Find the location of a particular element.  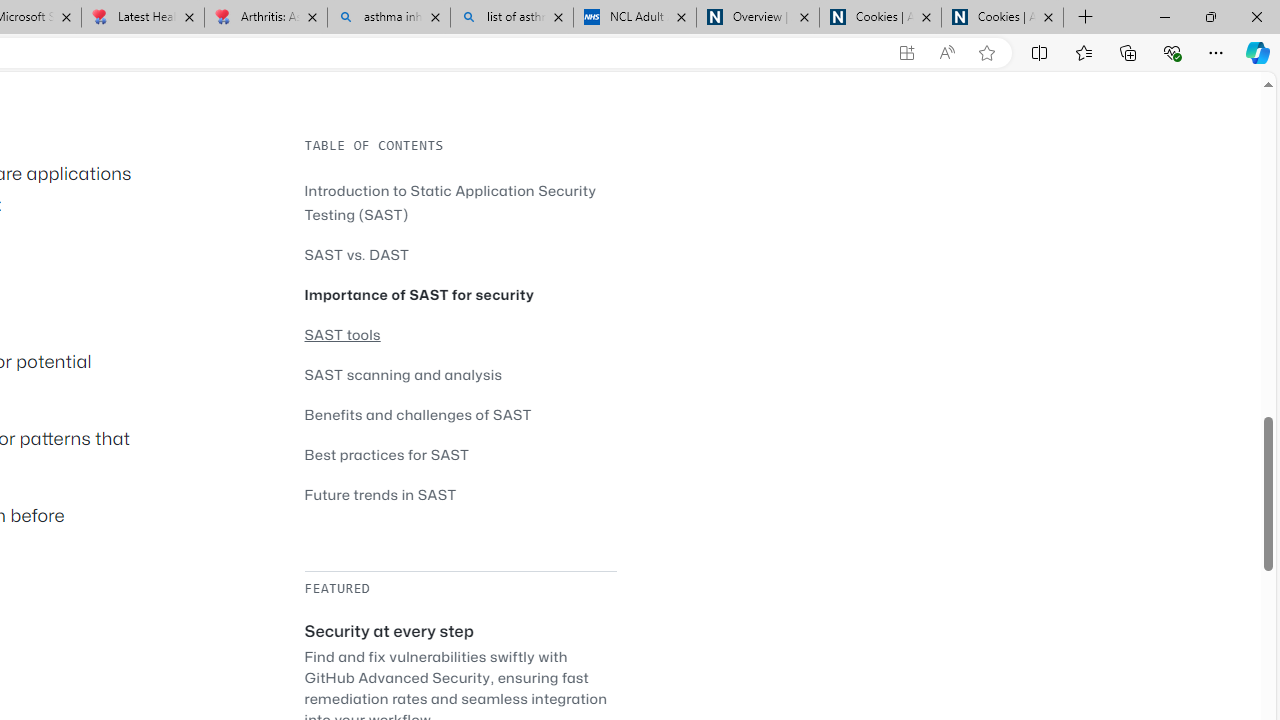

'NCL Adult Asthma Inhaler Choice Guideline' is located at coordinates (633, 17).